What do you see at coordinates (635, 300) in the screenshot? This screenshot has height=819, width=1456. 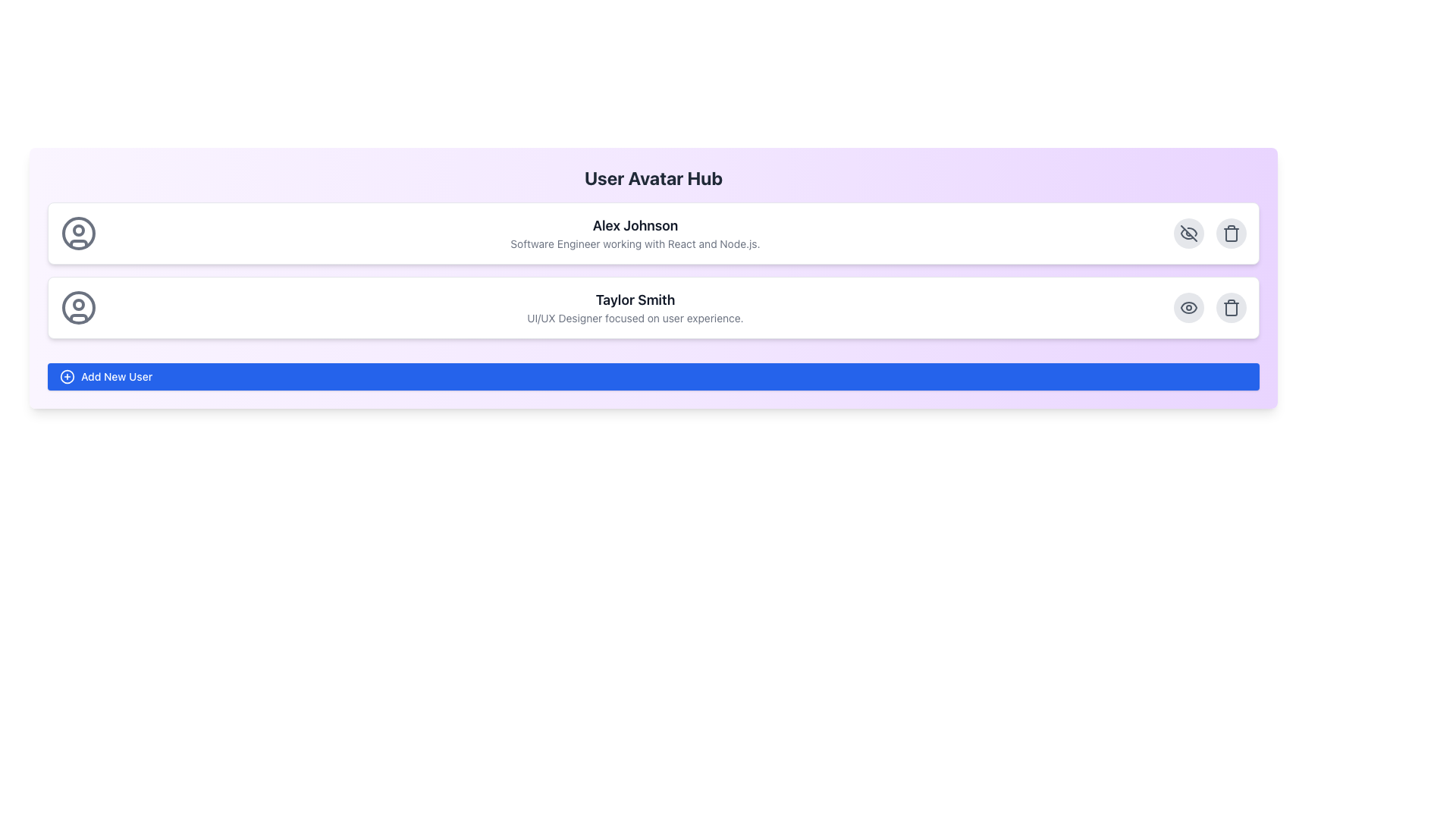 I see `the Text Label displaying 'Taylor Smith', which serves as a header for the associated content` at bounding box center [635, 300].